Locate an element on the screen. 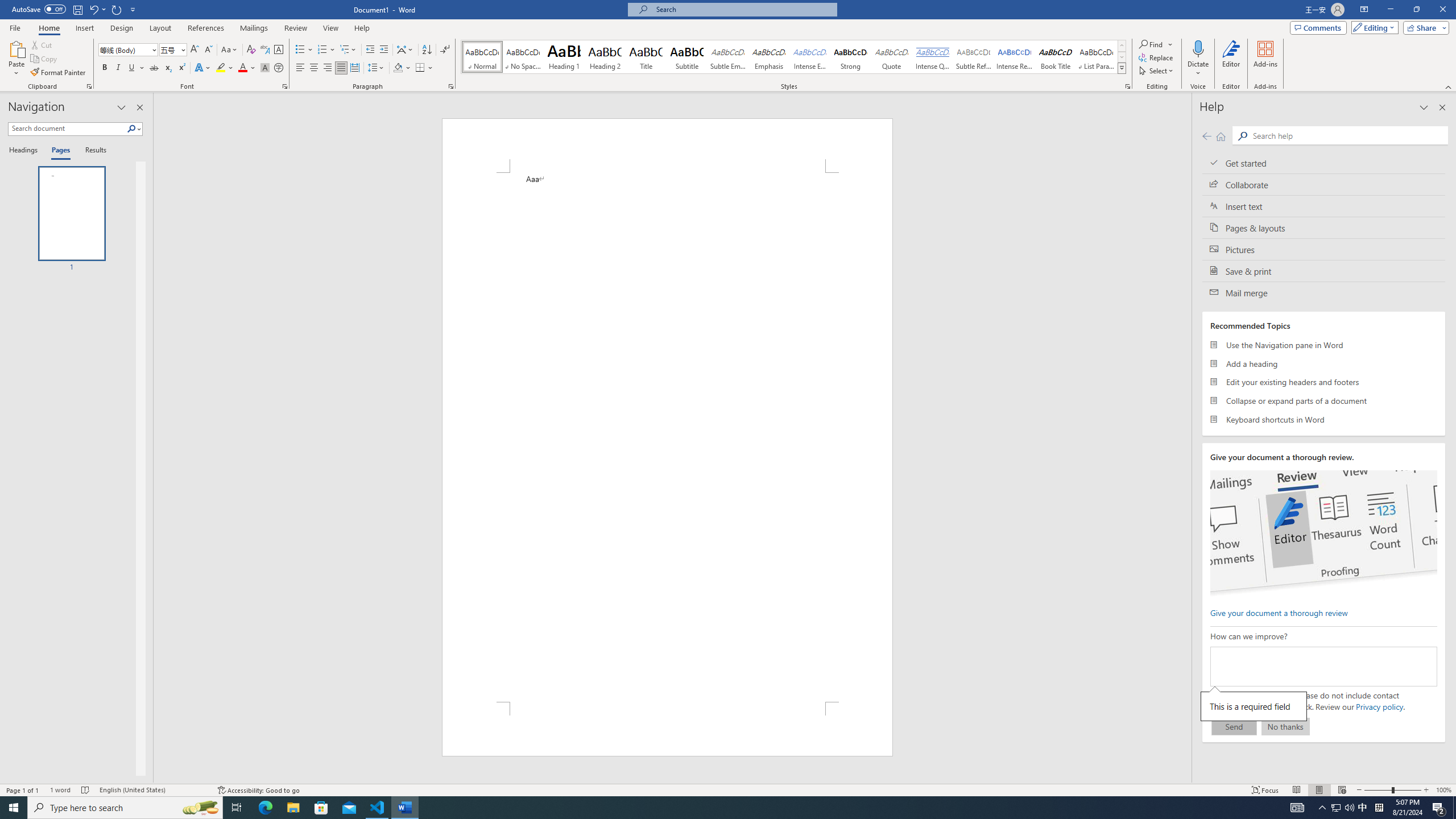 The height and width of the screenshot is (819, 1456). 'Font Color Red' is located at coordinates (242, 67).